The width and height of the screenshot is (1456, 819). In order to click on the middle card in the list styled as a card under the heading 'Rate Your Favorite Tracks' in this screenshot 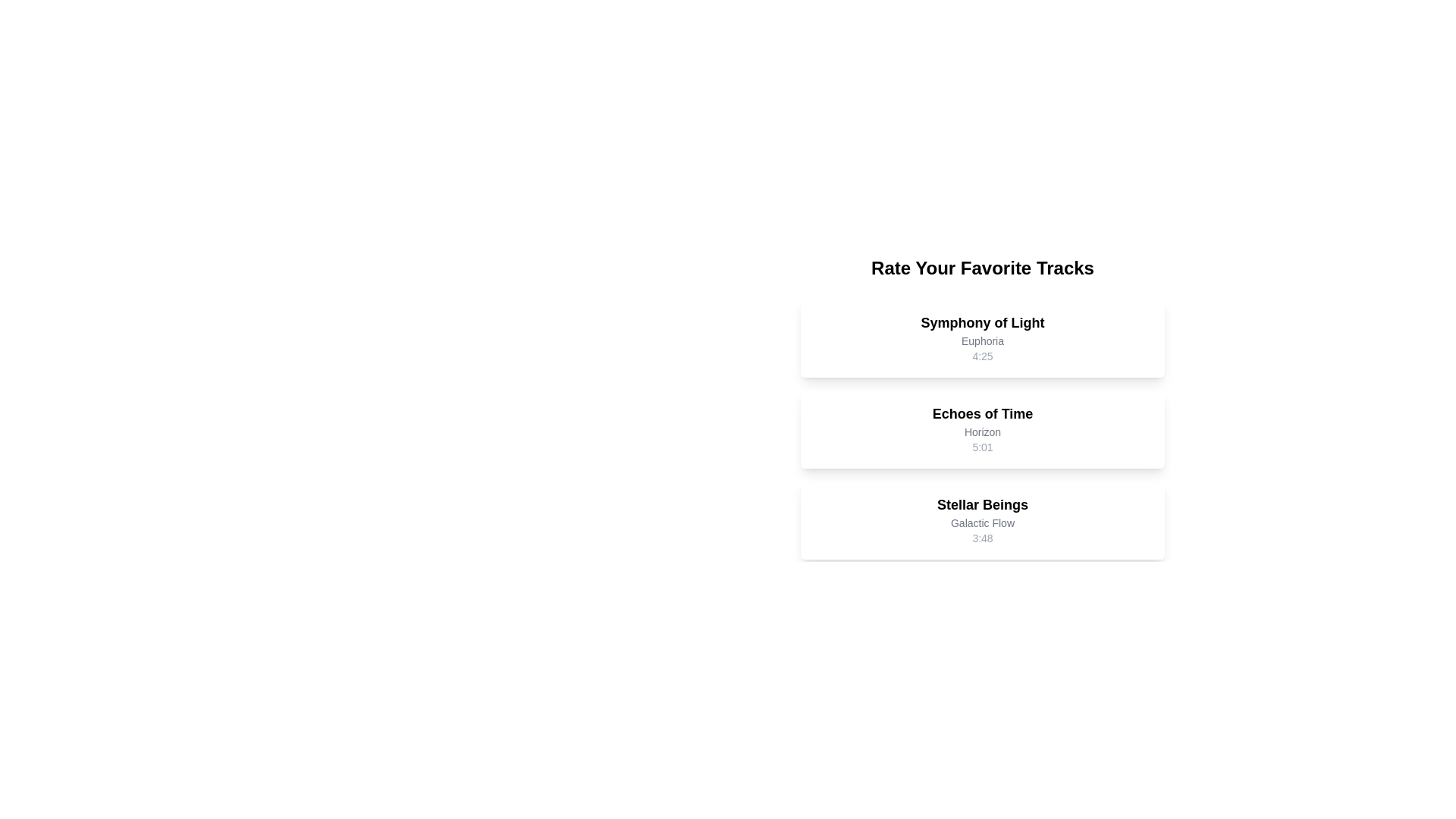, I will do `click(983, 406)`.